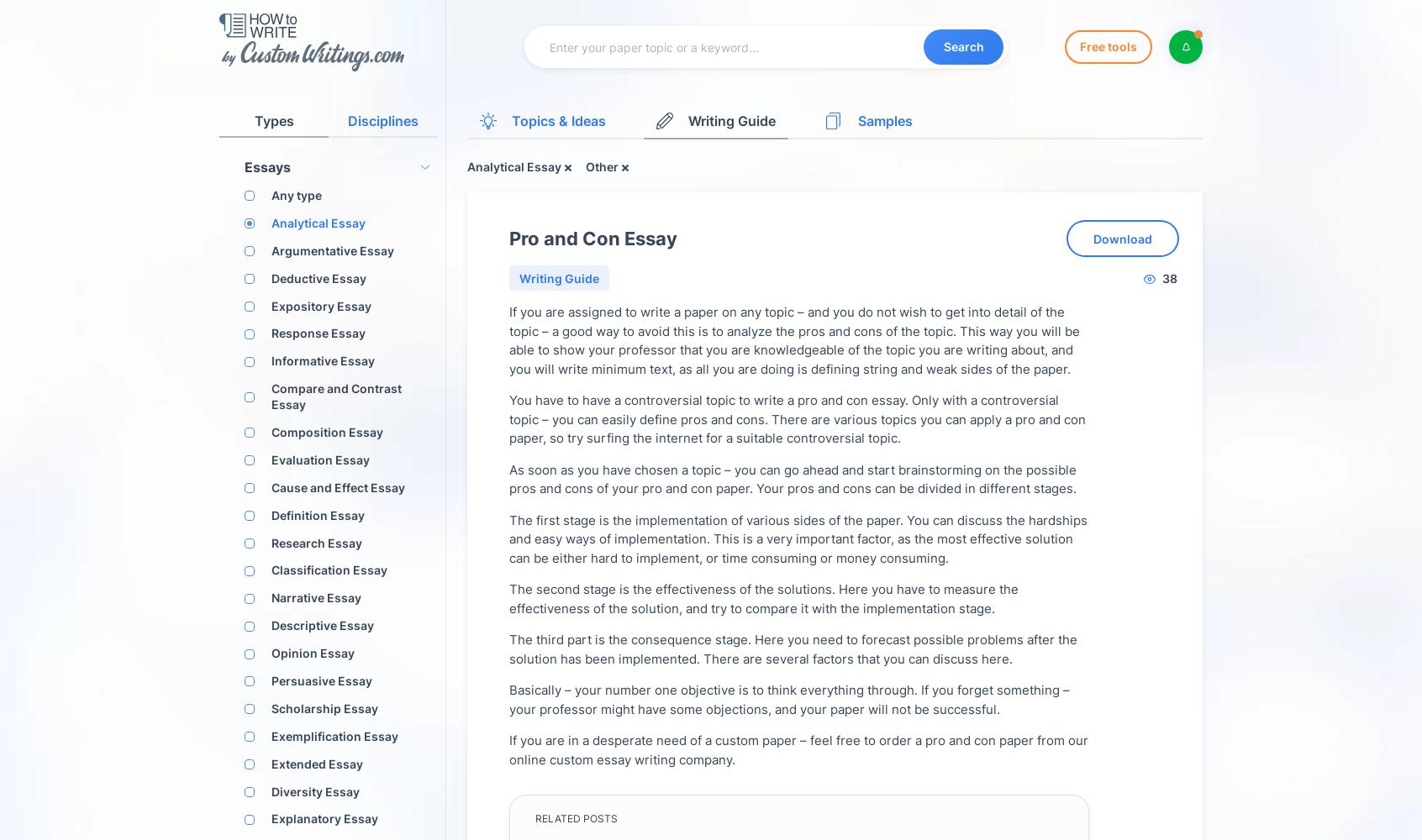  What do you see at coordinates (1122, 238) in the screenshot?
I see `'Download'` at bounding box center [1122, 238].